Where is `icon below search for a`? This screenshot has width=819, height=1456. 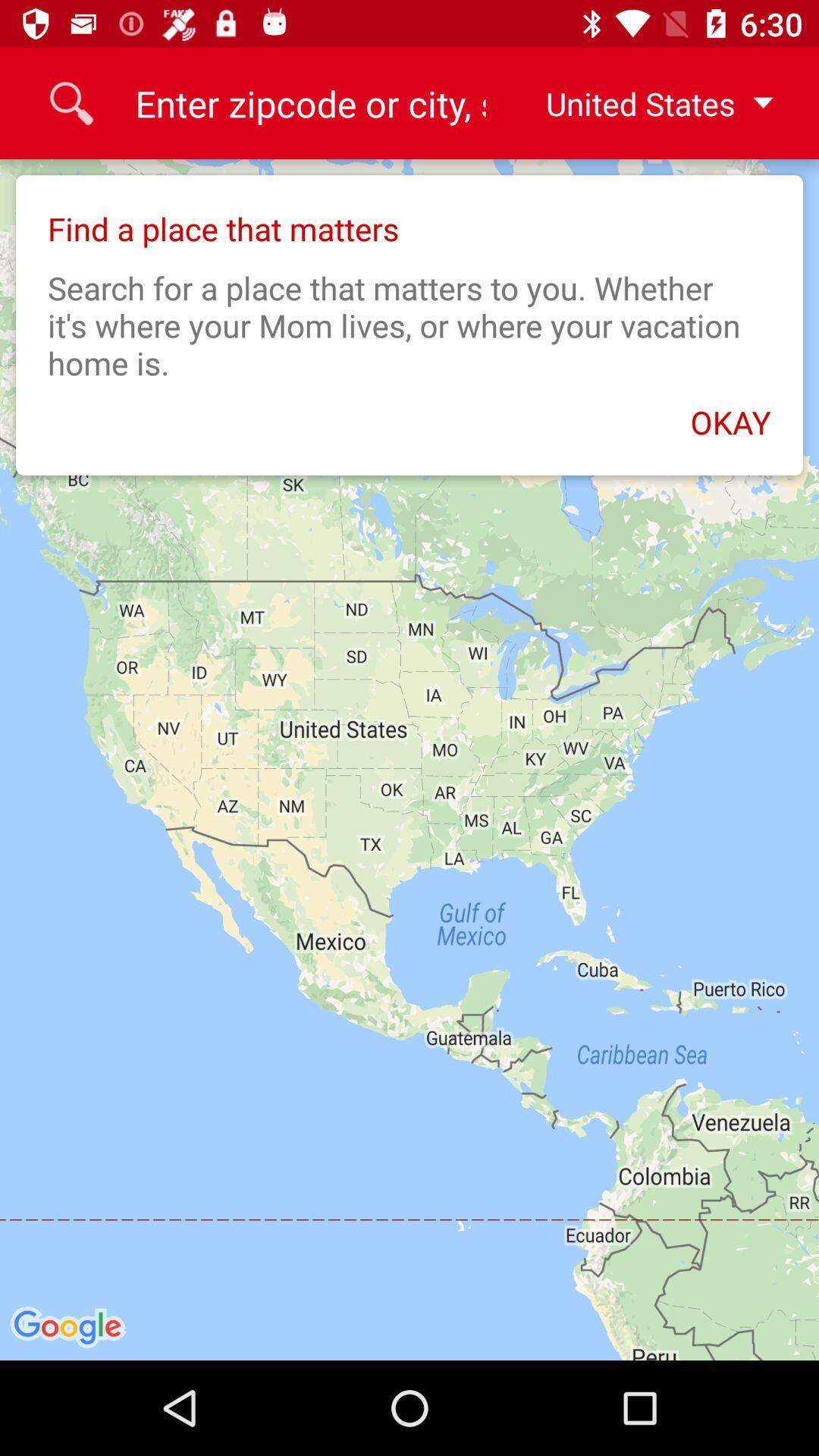
icon below search for a is located at coordinates (409, 414).